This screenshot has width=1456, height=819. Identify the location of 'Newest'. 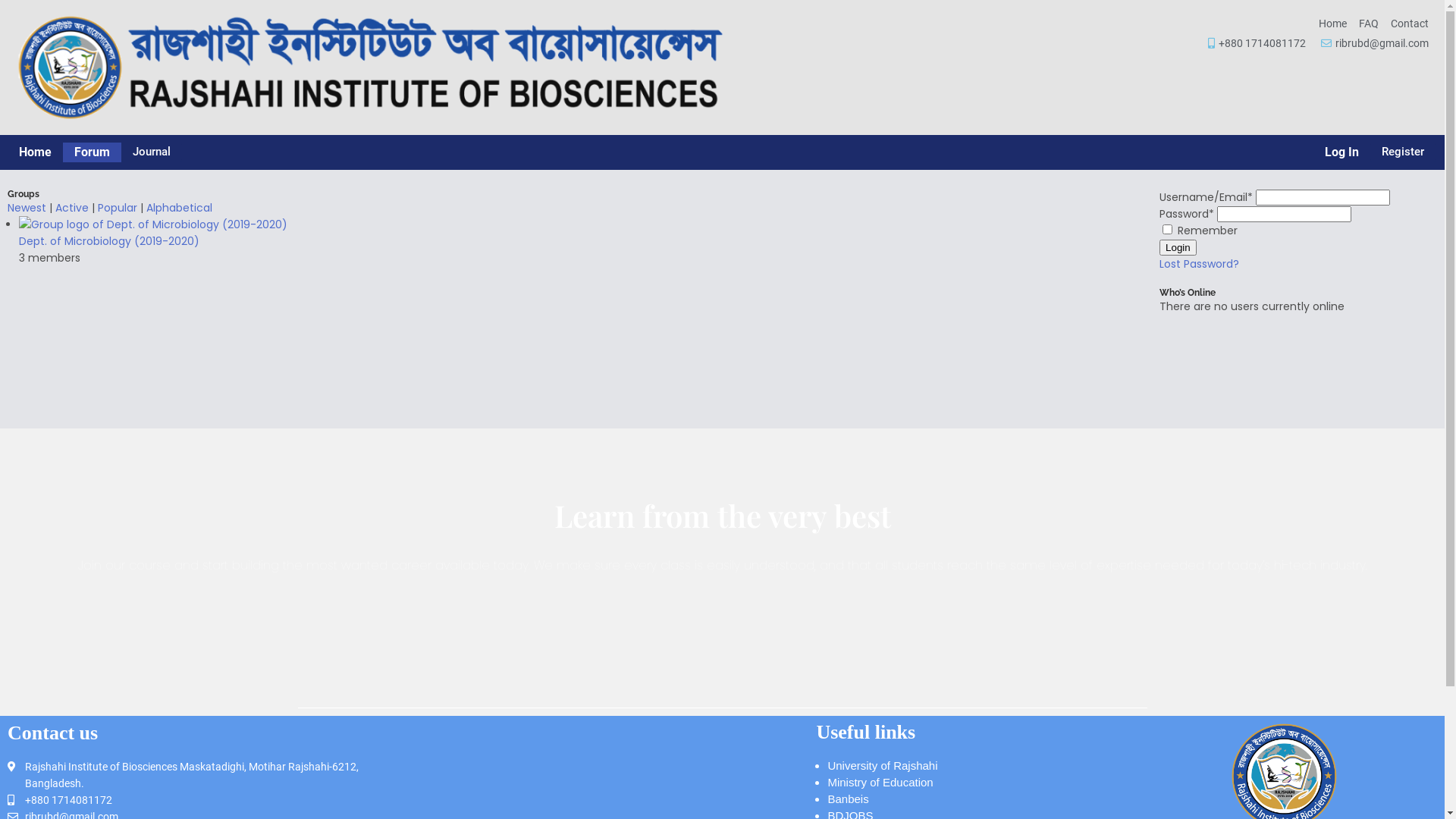
(27, 207).